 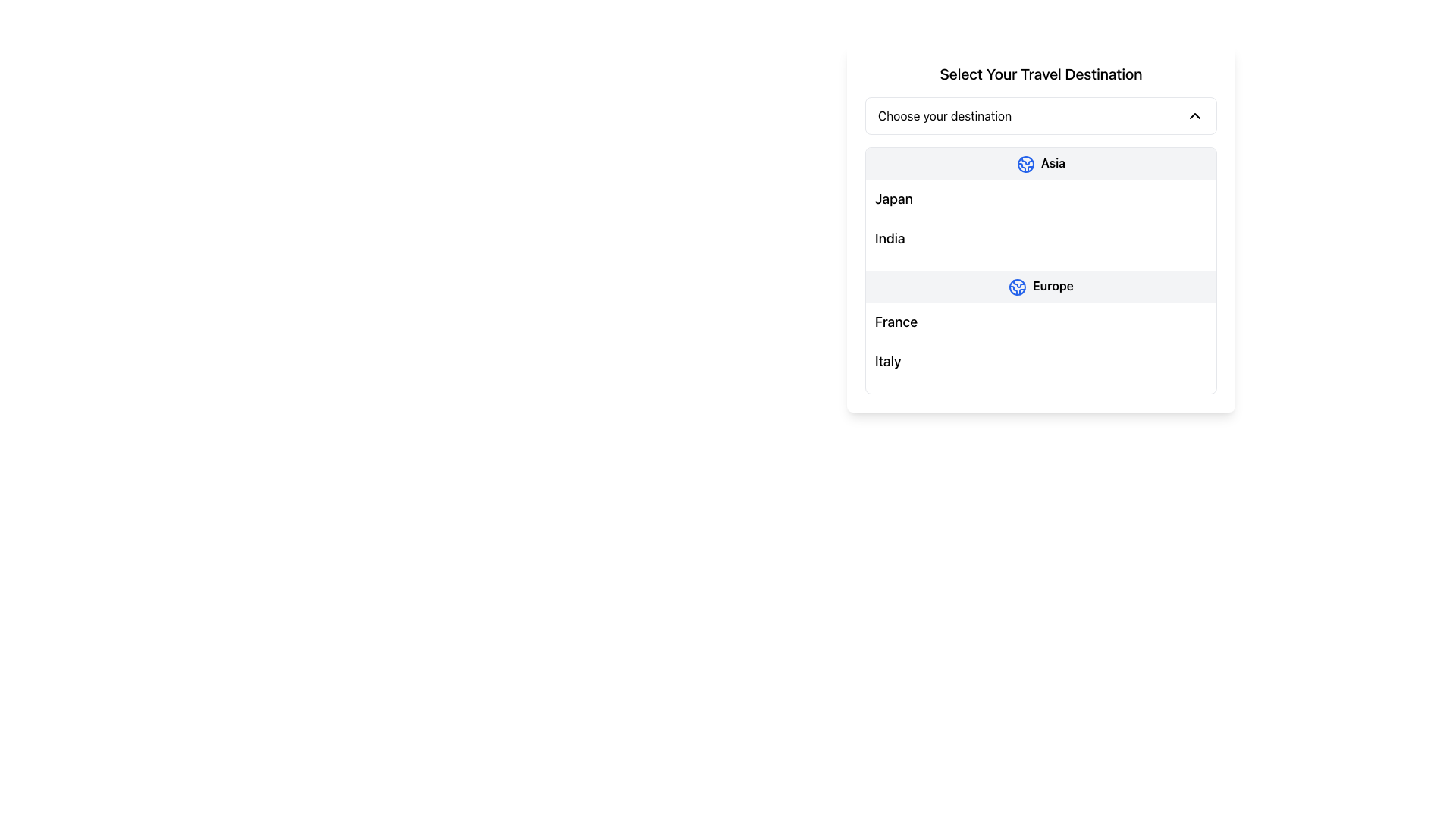 What do you see at coordinates (1040, 360) in the screenshot?
I see `the 'Italy' destination option in the travel selection interface, which is the second item in the 'Europe' section, positioned directly below 'France'` at bounding box center [1040, 360].